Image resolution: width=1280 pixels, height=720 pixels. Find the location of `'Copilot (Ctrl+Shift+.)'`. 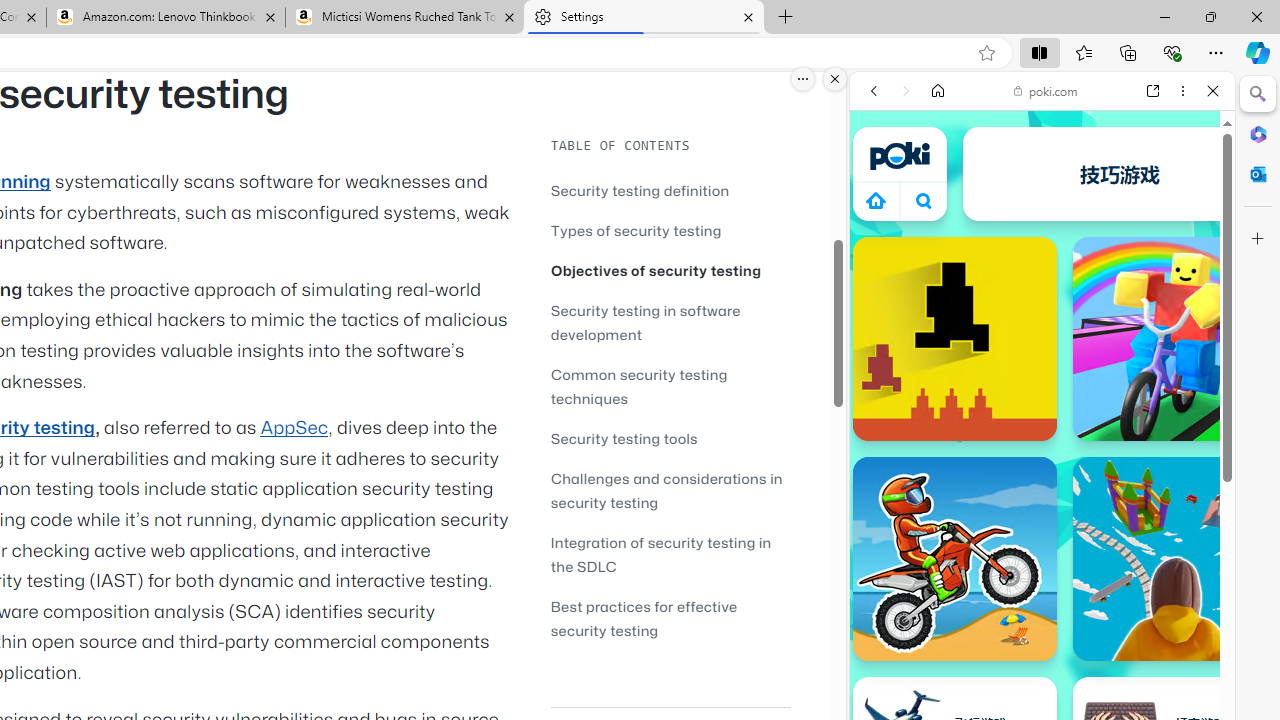

'Copilot (Ctrl+Shift+.)' is located at coordinates (1257, 51).